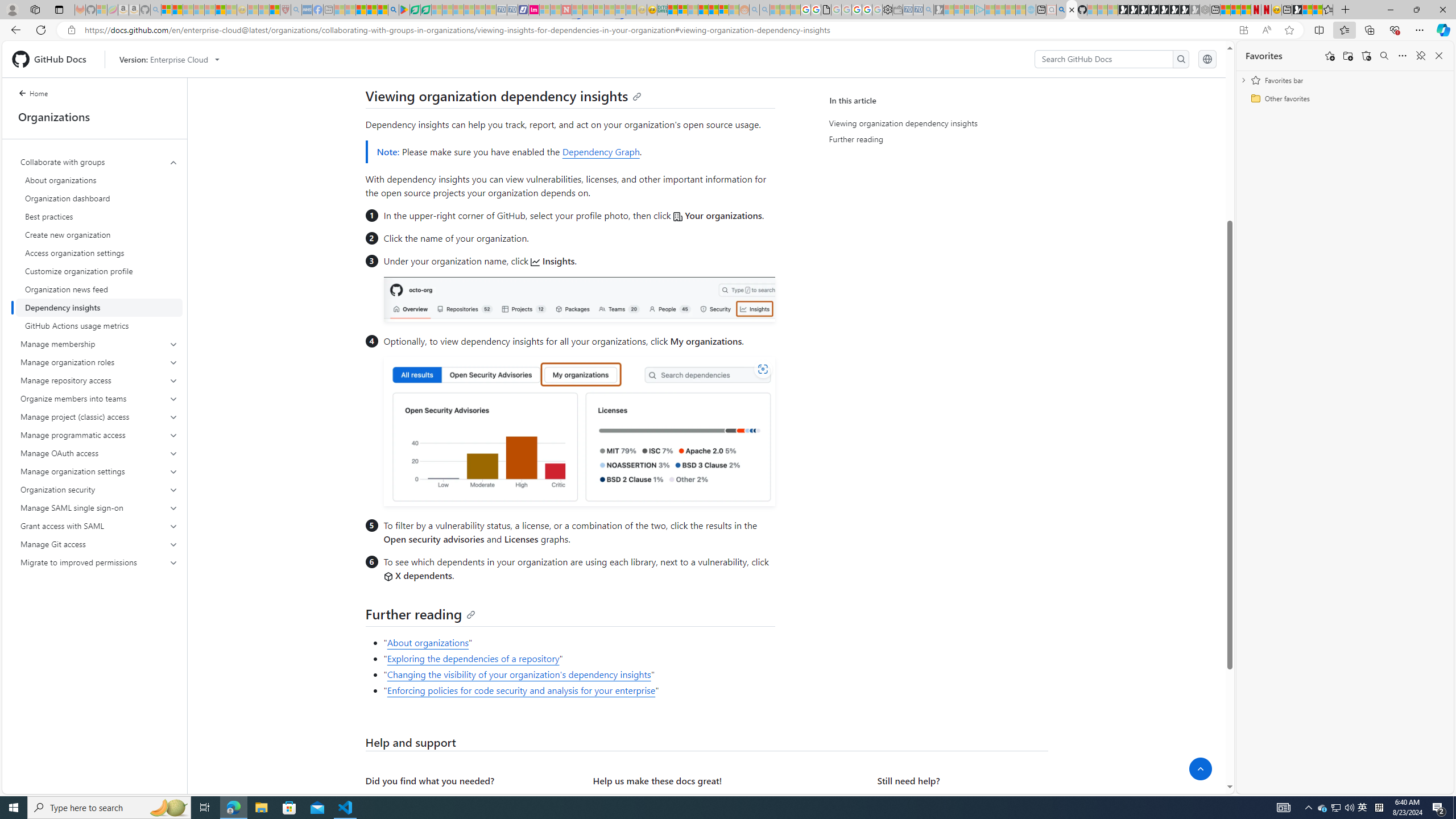 The image size is (1456, 819). Describe the element at coordinates (1439, 55) in the screenshot. I see `'Close favorites'` at that location.